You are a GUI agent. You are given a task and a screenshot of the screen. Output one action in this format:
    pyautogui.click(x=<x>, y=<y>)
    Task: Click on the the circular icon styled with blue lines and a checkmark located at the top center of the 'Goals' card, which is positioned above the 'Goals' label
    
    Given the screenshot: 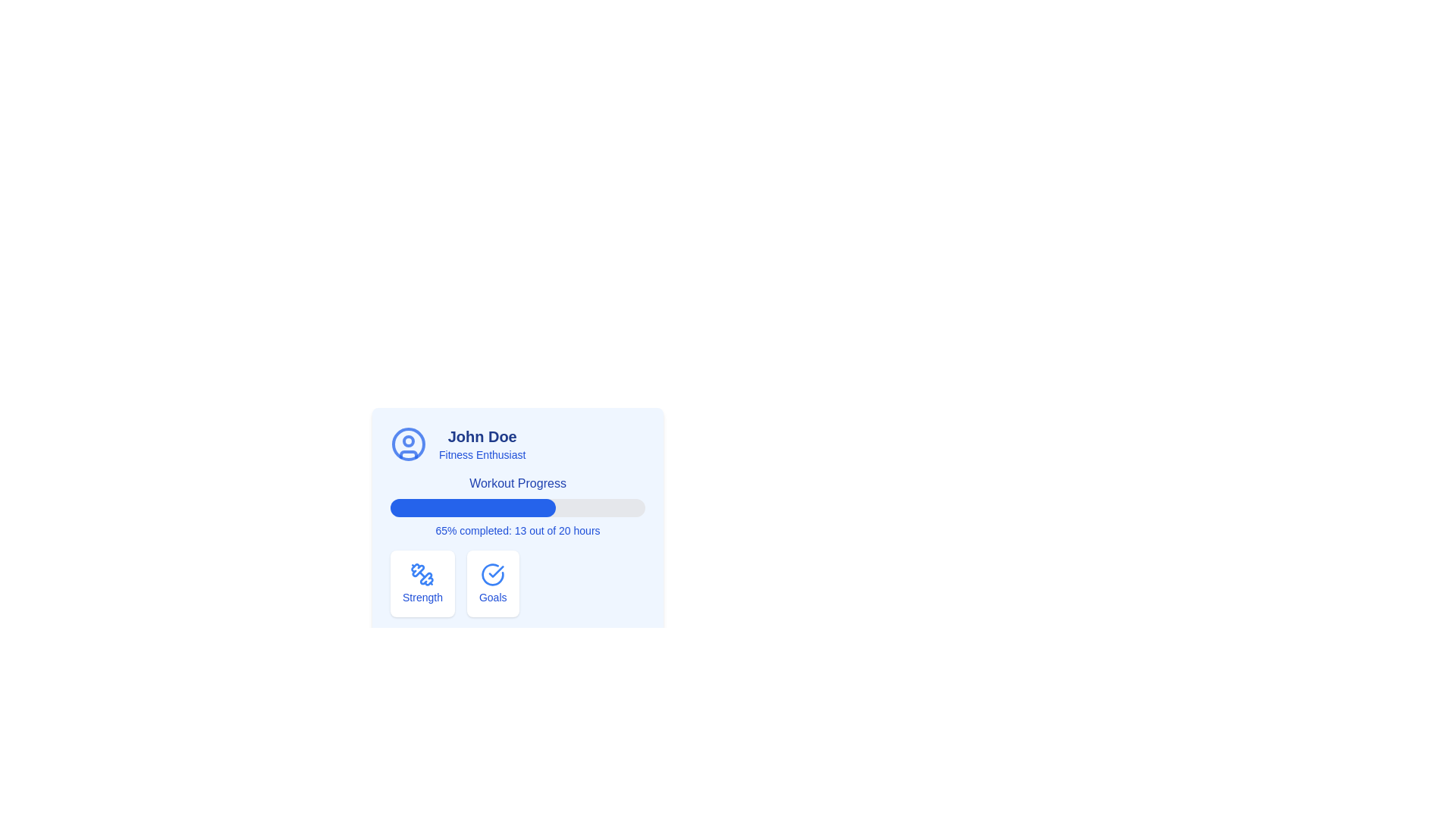 What is the action you would take?
    pyautogui.click(x=493, y=575)
    